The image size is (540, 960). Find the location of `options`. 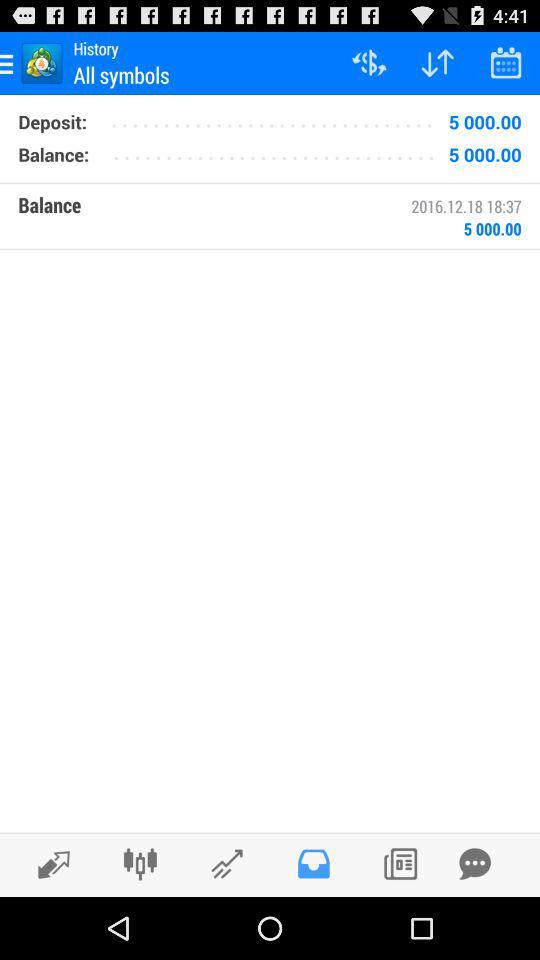

options is located at coordinates (139, 863).